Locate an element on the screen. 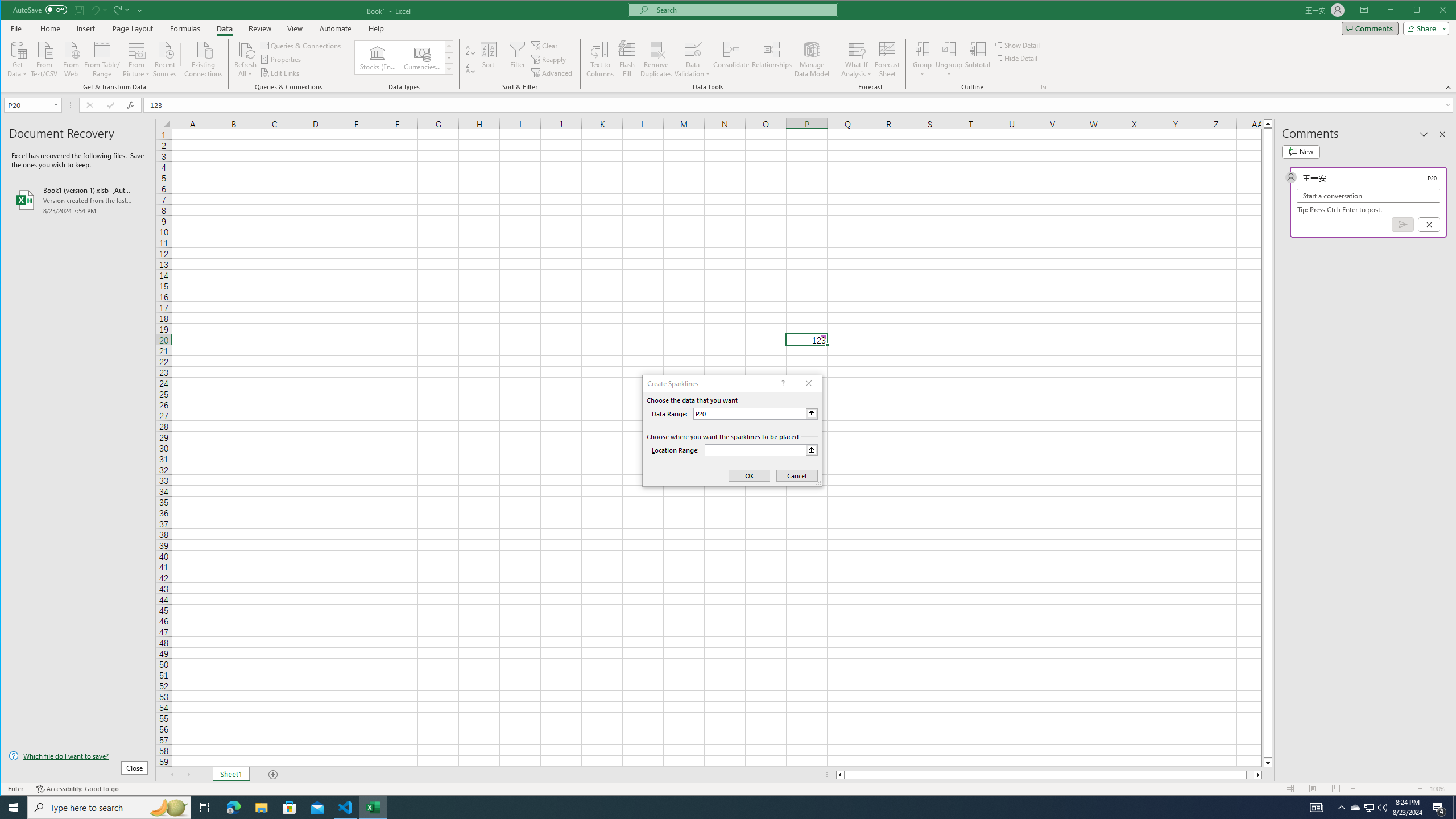 This screenshot has height=819, width=1456. 'From Table/Range' is located at coordinates (102, 58).